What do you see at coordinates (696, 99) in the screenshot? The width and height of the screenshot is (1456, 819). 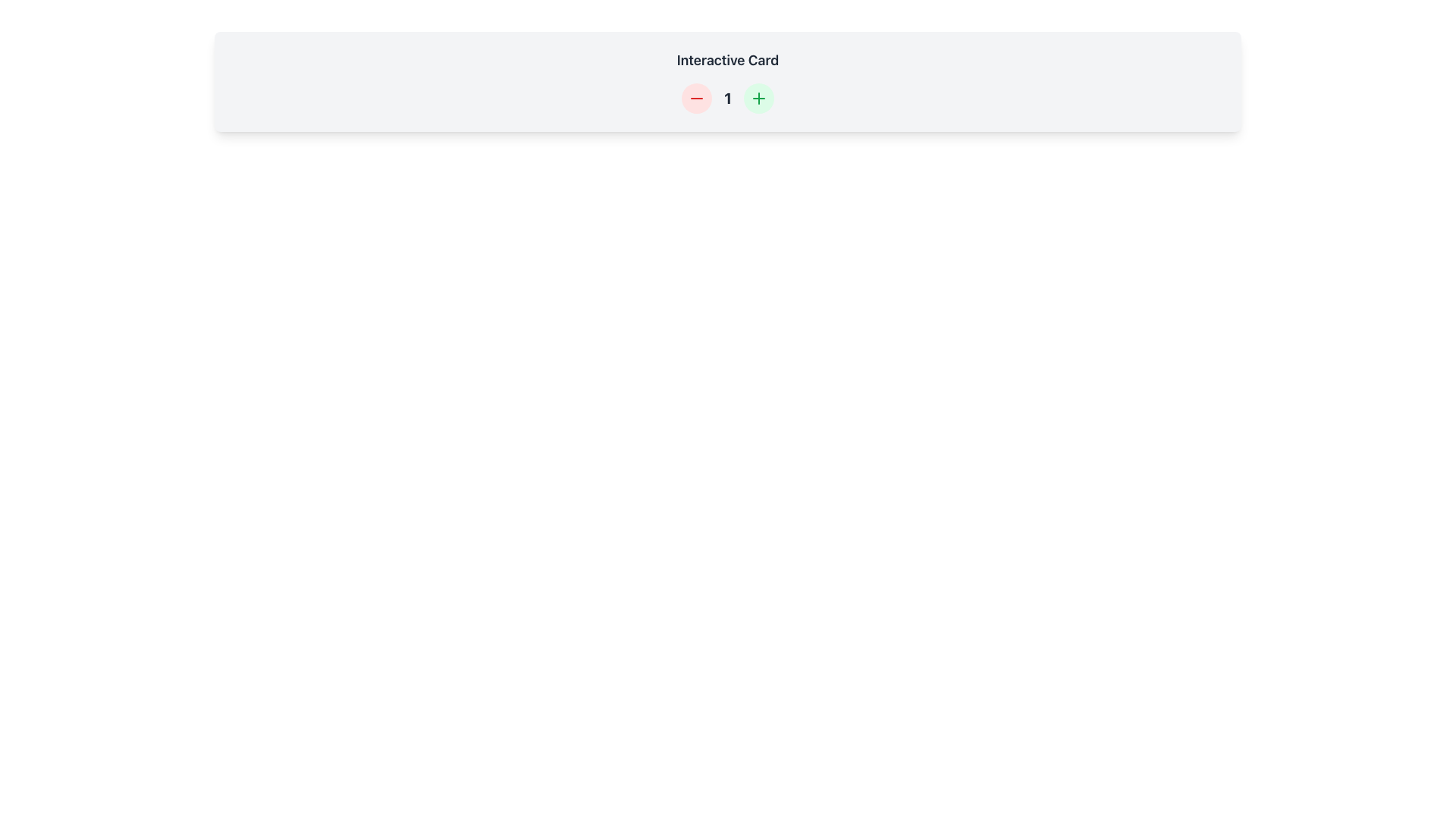 I see `the button designed to decrease a numerical value by one, which is located on the left side of a numeric label ('1') and adjacent to a green circular button with a plus icon` at bounding box center [696, 99].